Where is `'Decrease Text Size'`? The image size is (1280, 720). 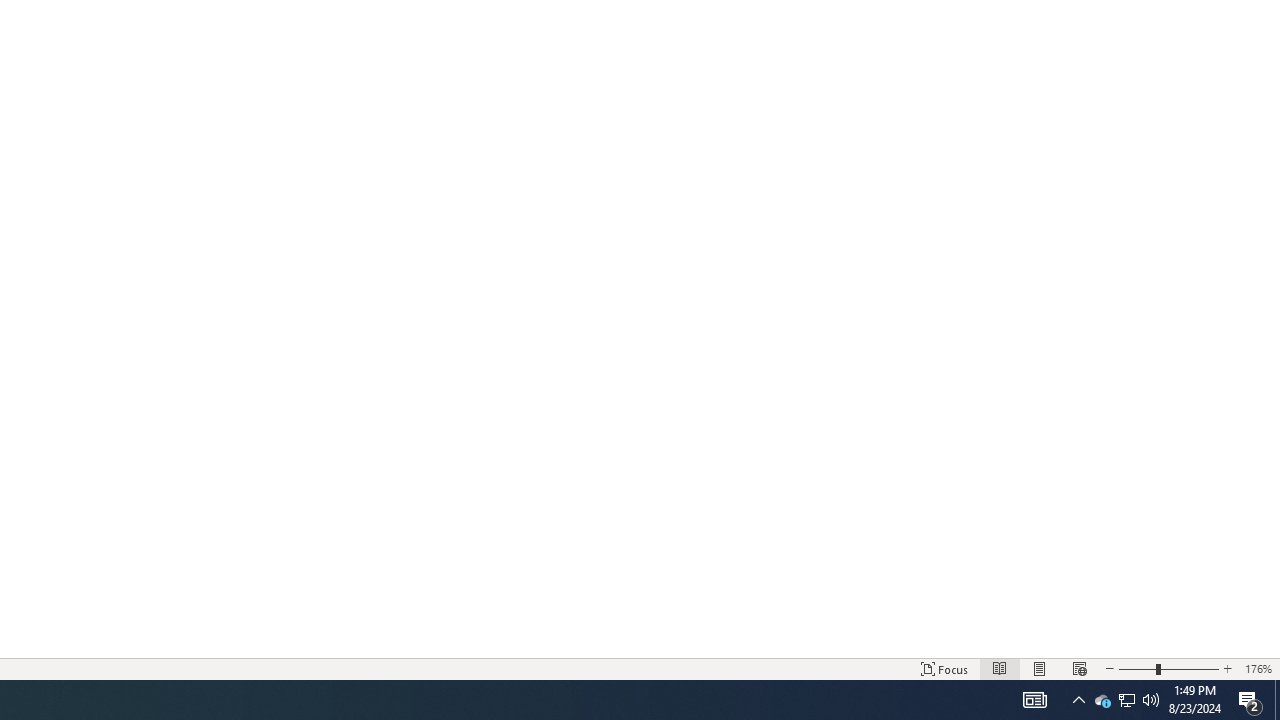 'Decrease Text Size' is located at coordinates (1108, 669).